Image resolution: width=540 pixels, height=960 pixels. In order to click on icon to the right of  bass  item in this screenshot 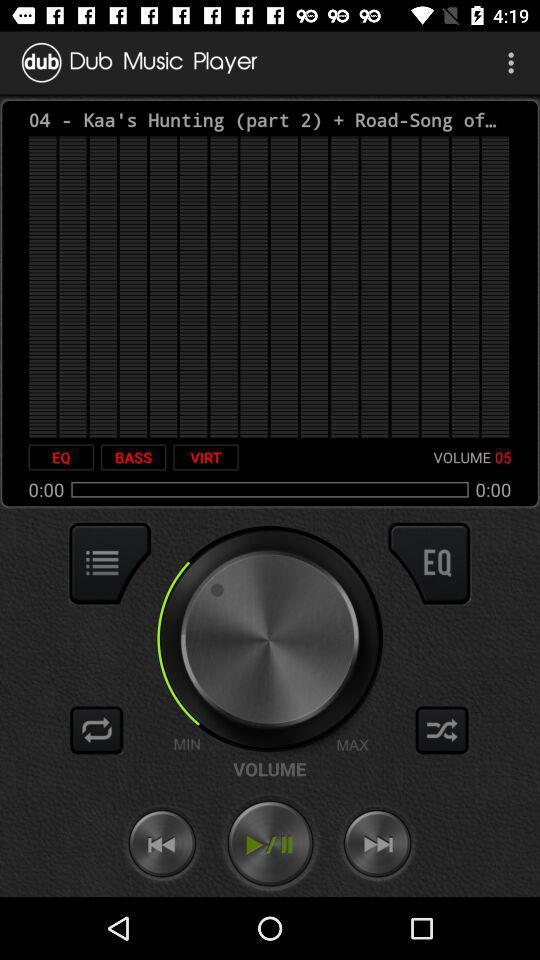, I will do `click(205, 457)`.